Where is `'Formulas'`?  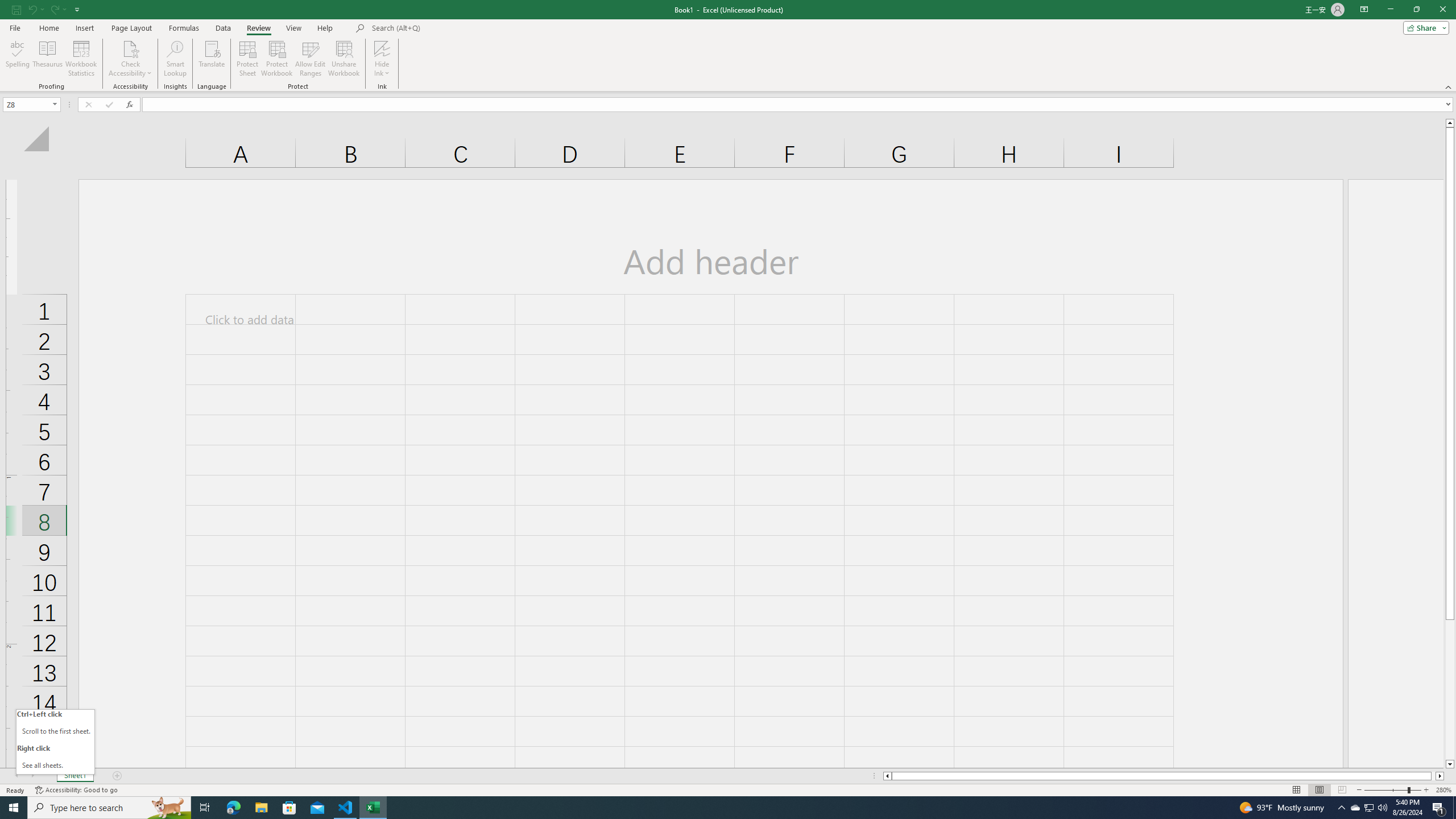
'Formulas' is located at coordinates (185, 28).